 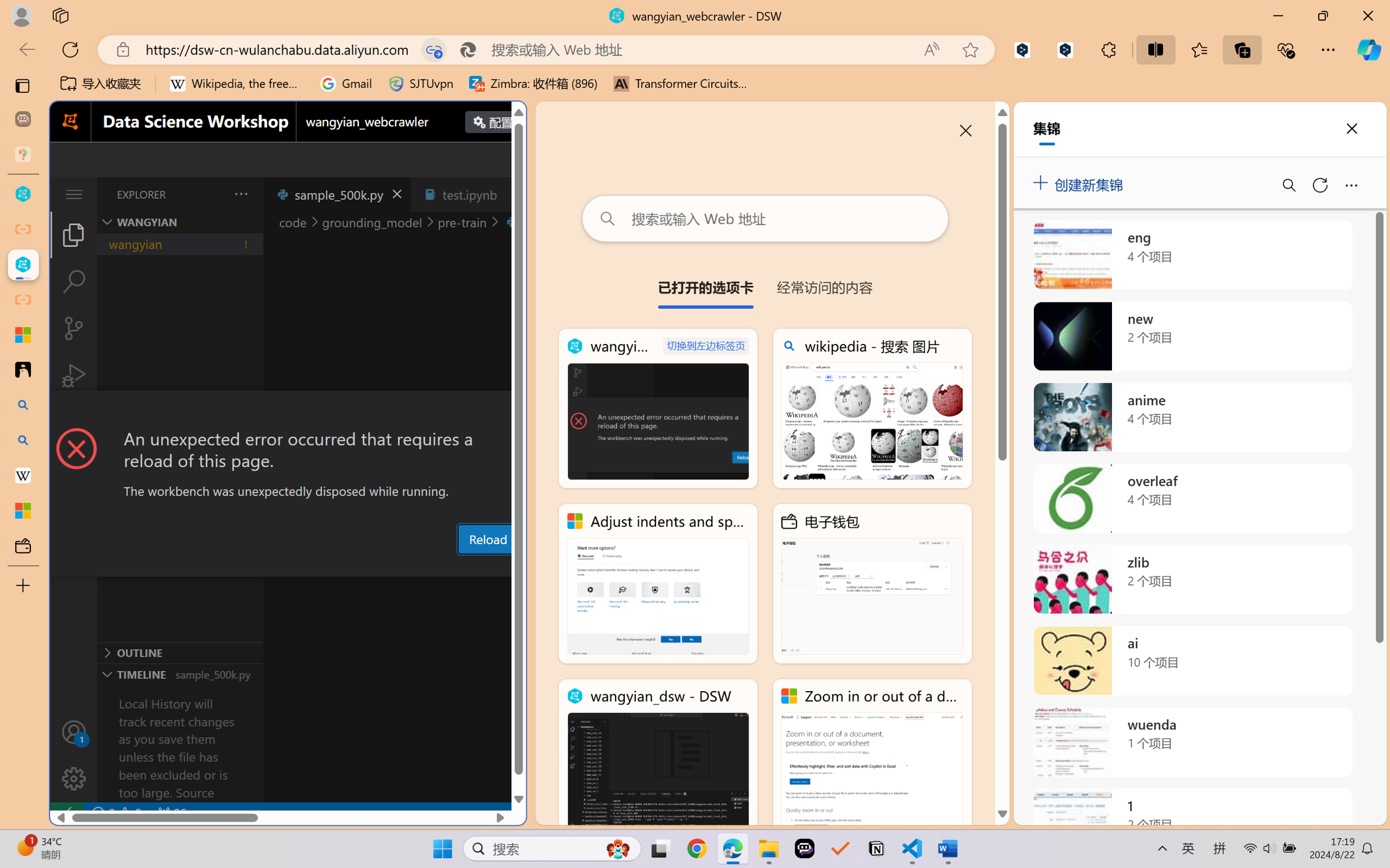 What do you see at coordinates (180, 652) in the screenshot?
I see `'Outline Section'` at bounding box center [180, 652].